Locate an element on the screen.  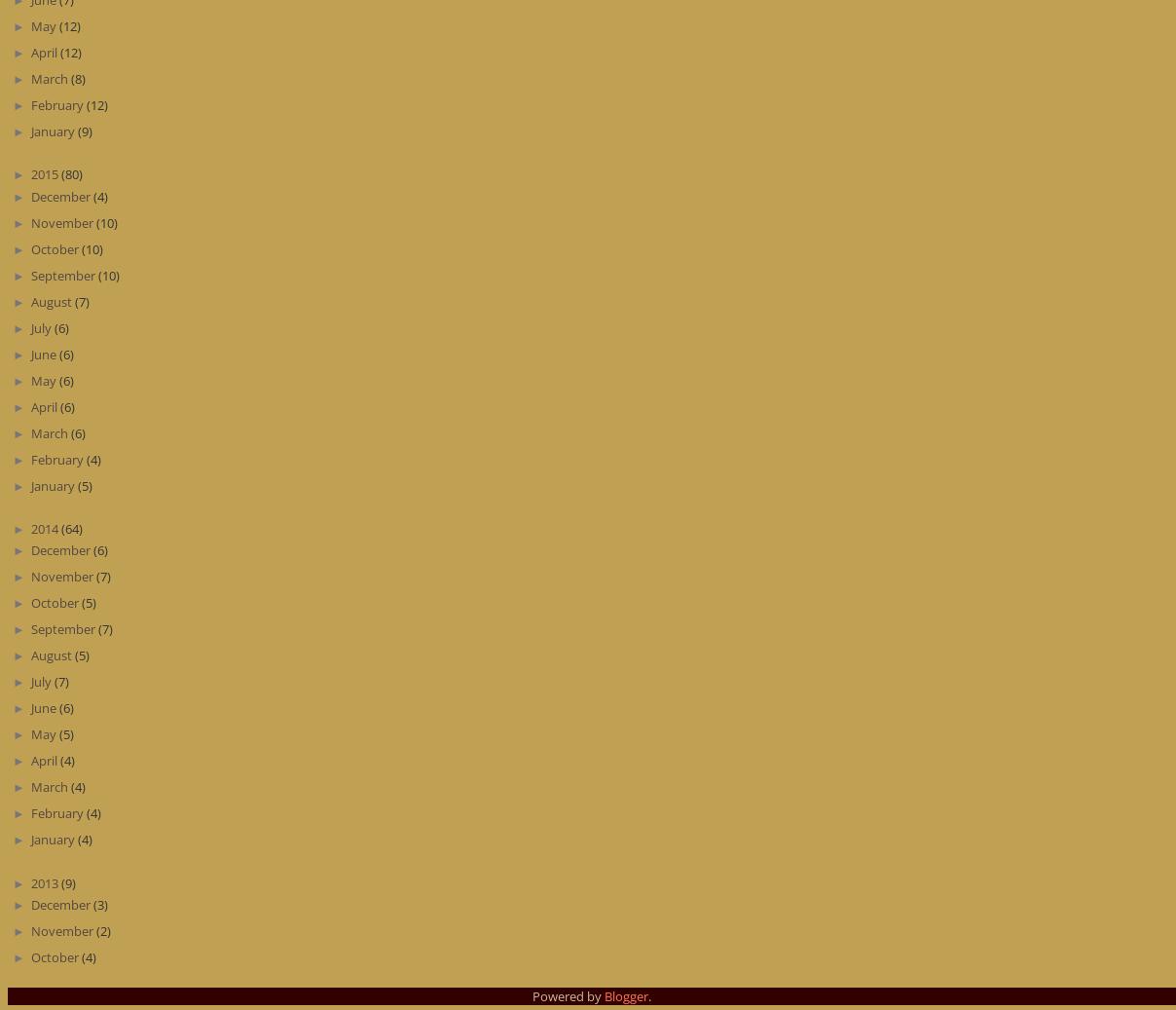
'(2)' is located at coordinates (93, 931).